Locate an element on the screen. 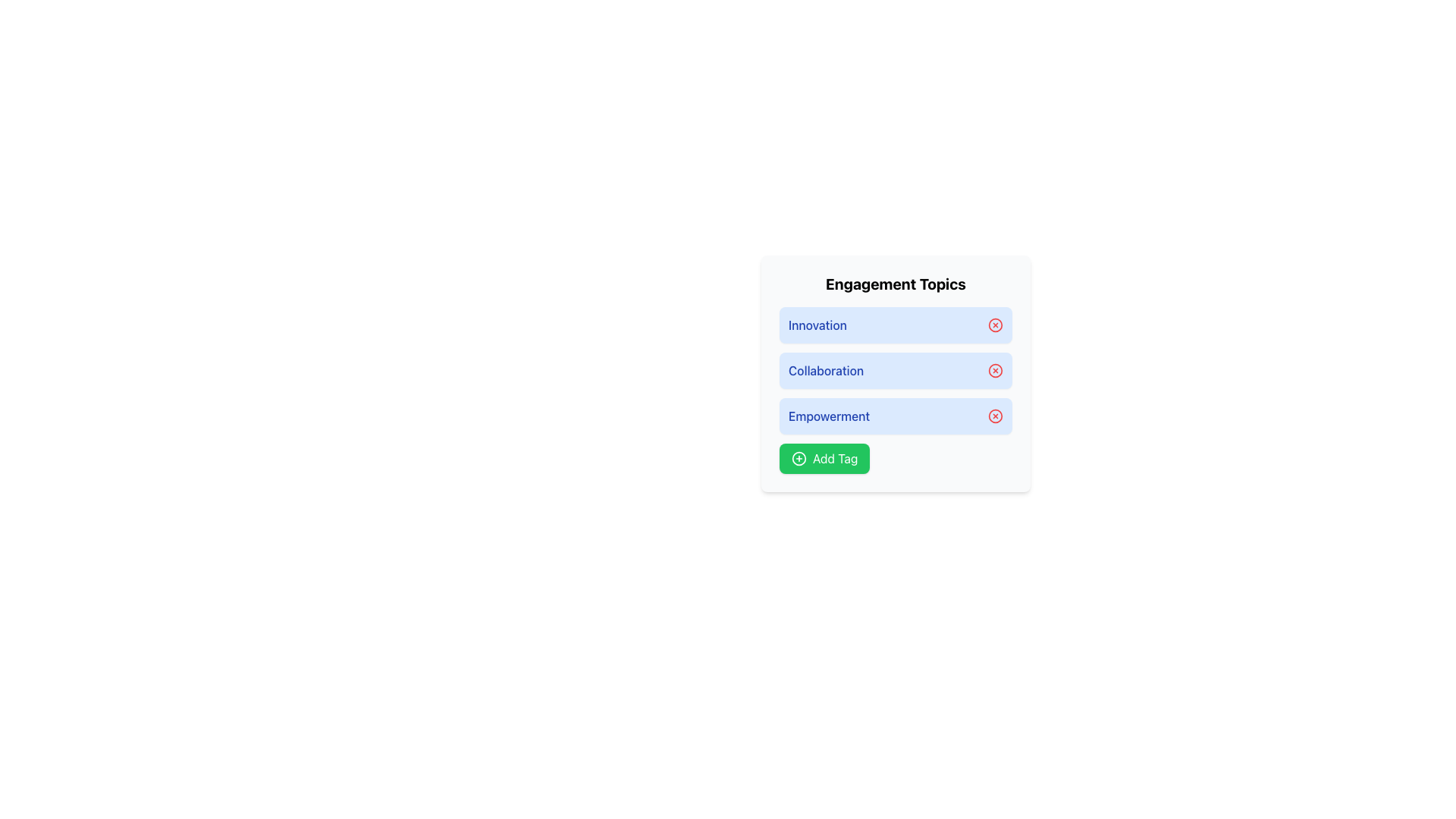  the circular button-like graphical icon located in the bottom-right corner of the 'Empowerment' row under 'Engagement Topics' is located at coordinates (996, 416).